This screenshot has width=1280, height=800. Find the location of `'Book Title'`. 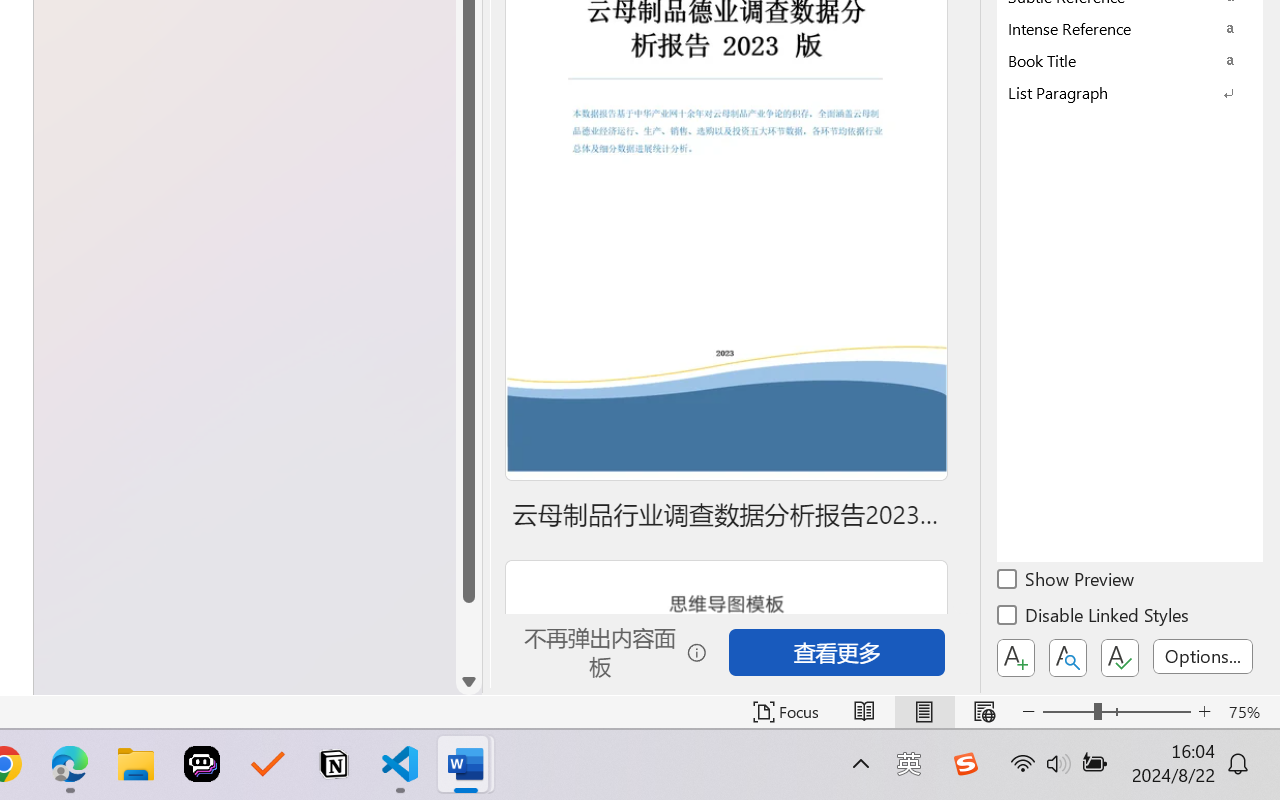

'Book Title' is located at coordinates (1130, 59).